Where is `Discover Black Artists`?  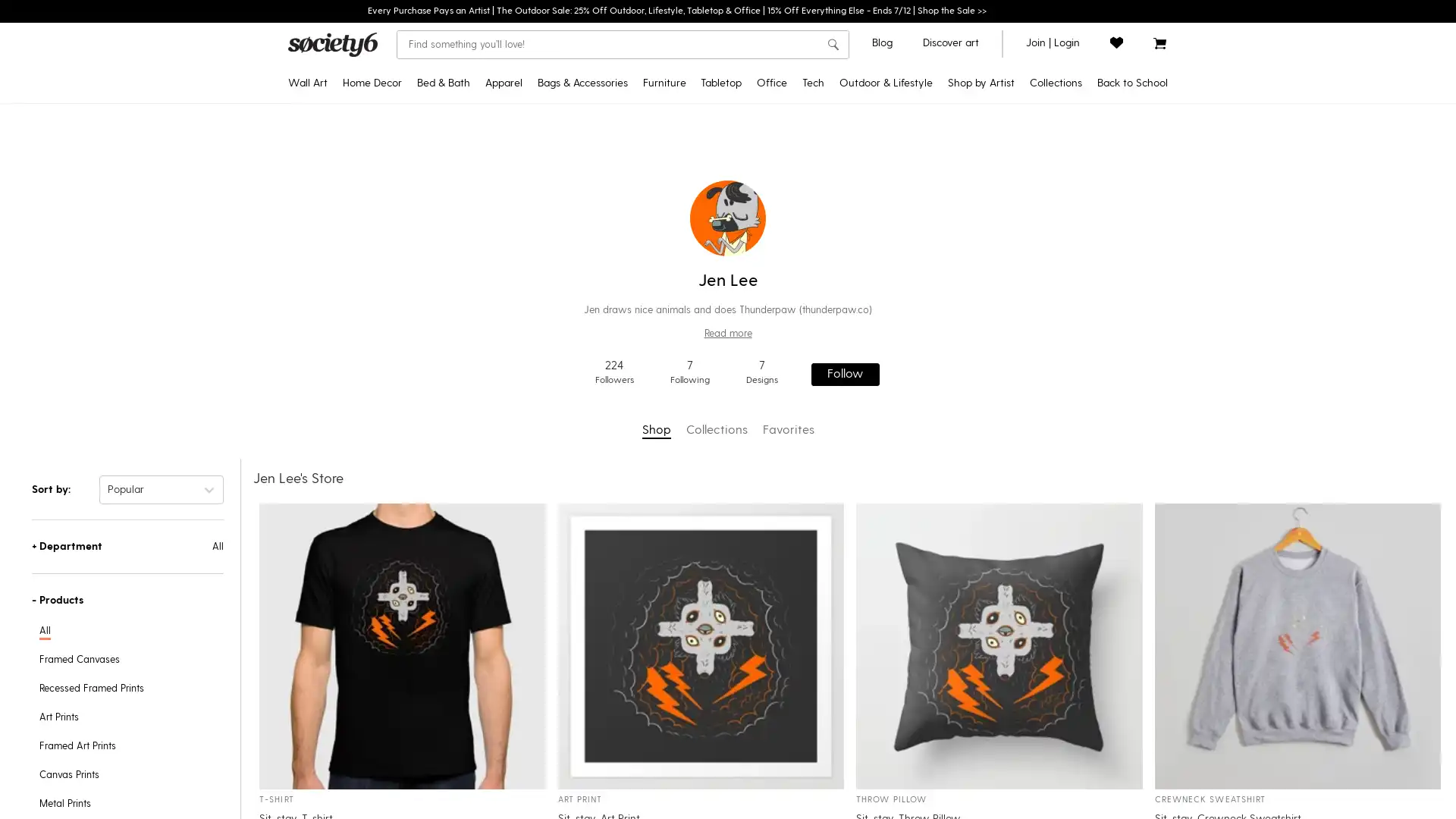
Discover Black Artists is located at coordinates (999, 171).